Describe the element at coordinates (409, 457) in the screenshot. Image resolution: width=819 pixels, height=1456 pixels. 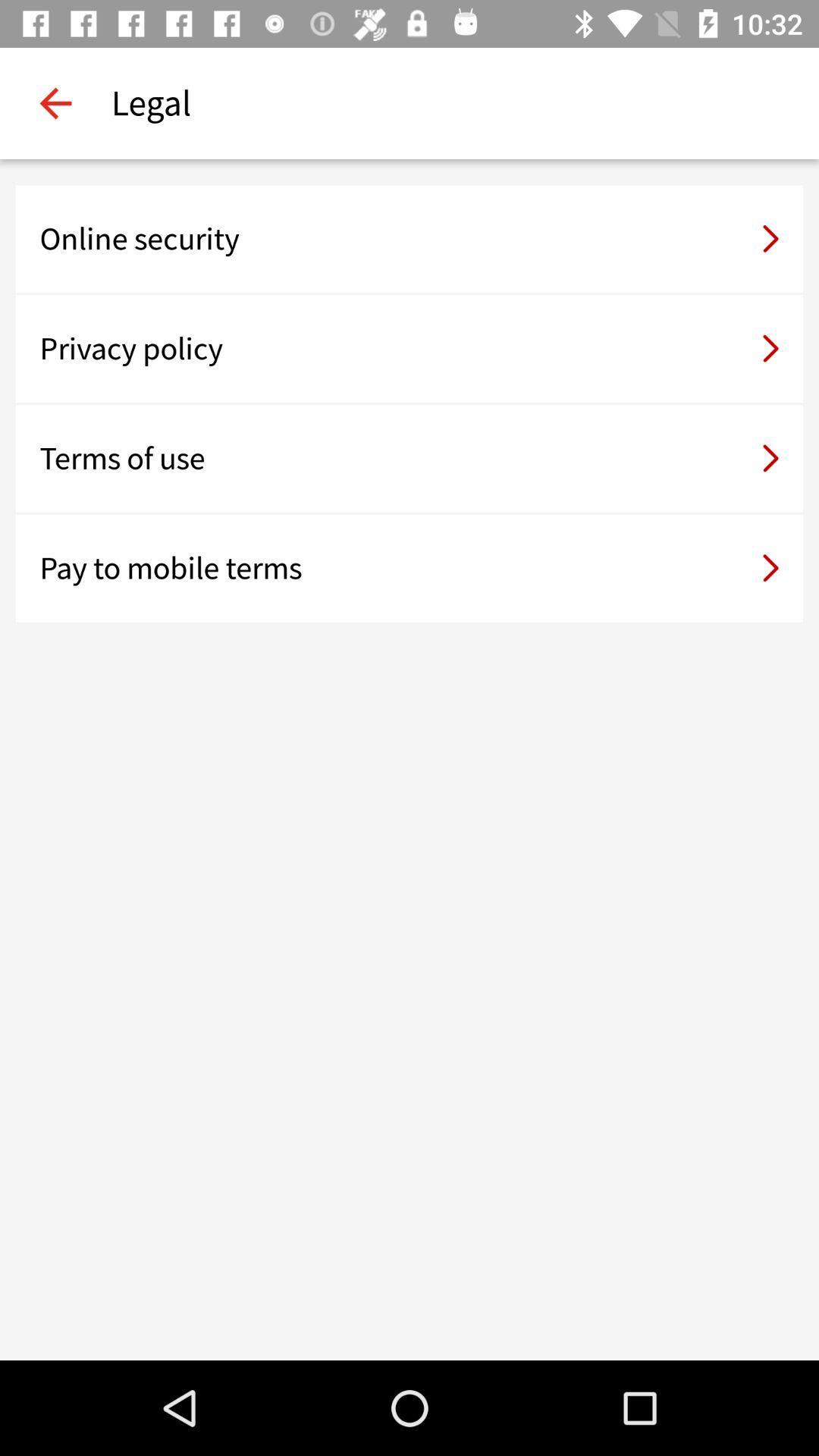
I see `the terms of use` at that location.